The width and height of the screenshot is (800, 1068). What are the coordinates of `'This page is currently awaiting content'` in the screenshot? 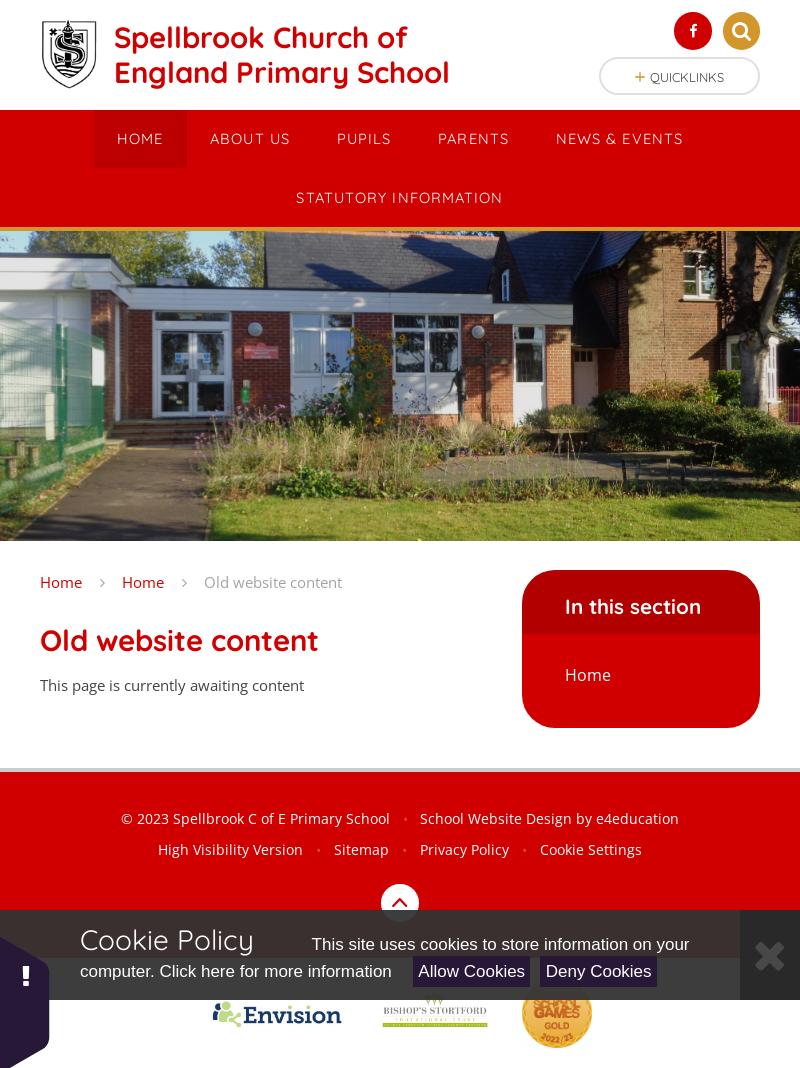 It's located at (171, 683).